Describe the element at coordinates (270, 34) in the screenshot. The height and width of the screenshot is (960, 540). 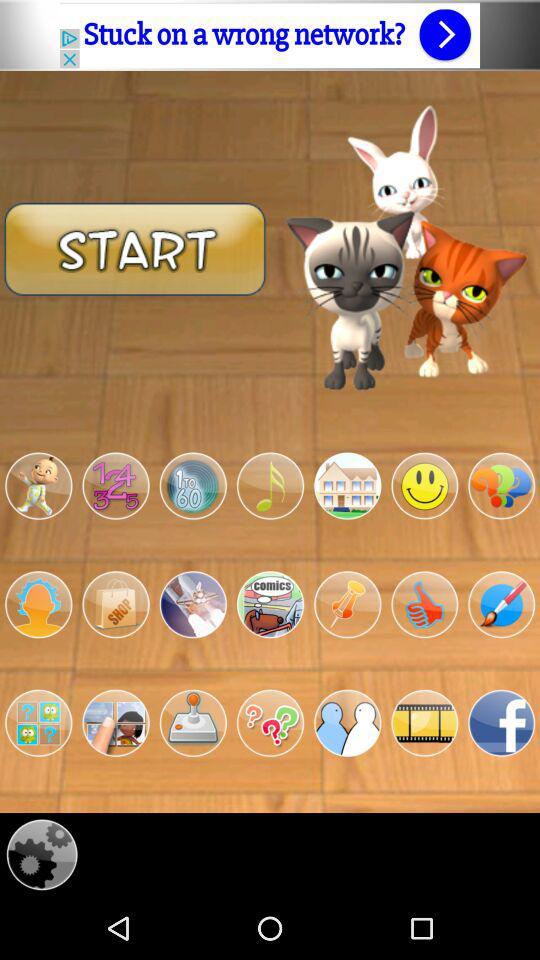
I see `advertisement` at that location.